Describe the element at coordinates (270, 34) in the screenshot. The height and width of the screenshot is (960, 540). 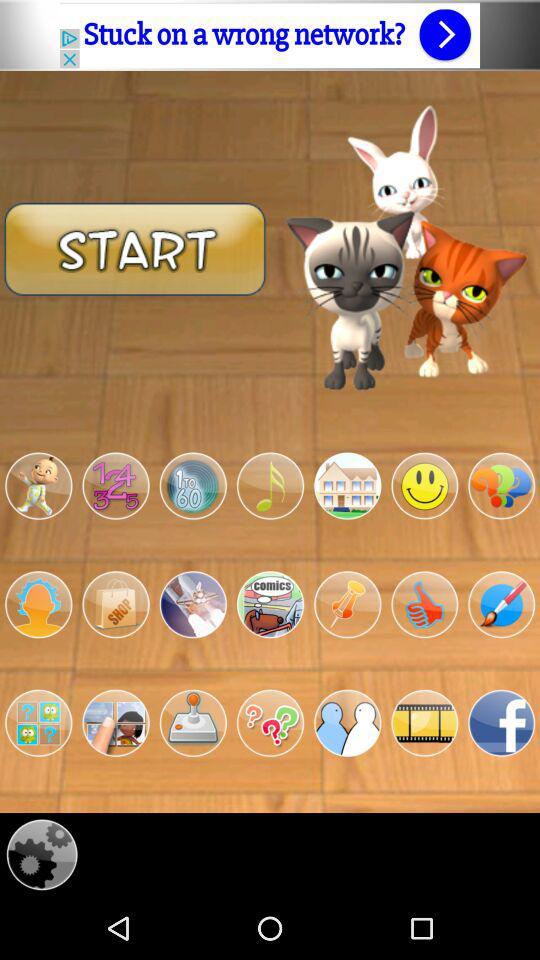
I see `advertisement` at that location.